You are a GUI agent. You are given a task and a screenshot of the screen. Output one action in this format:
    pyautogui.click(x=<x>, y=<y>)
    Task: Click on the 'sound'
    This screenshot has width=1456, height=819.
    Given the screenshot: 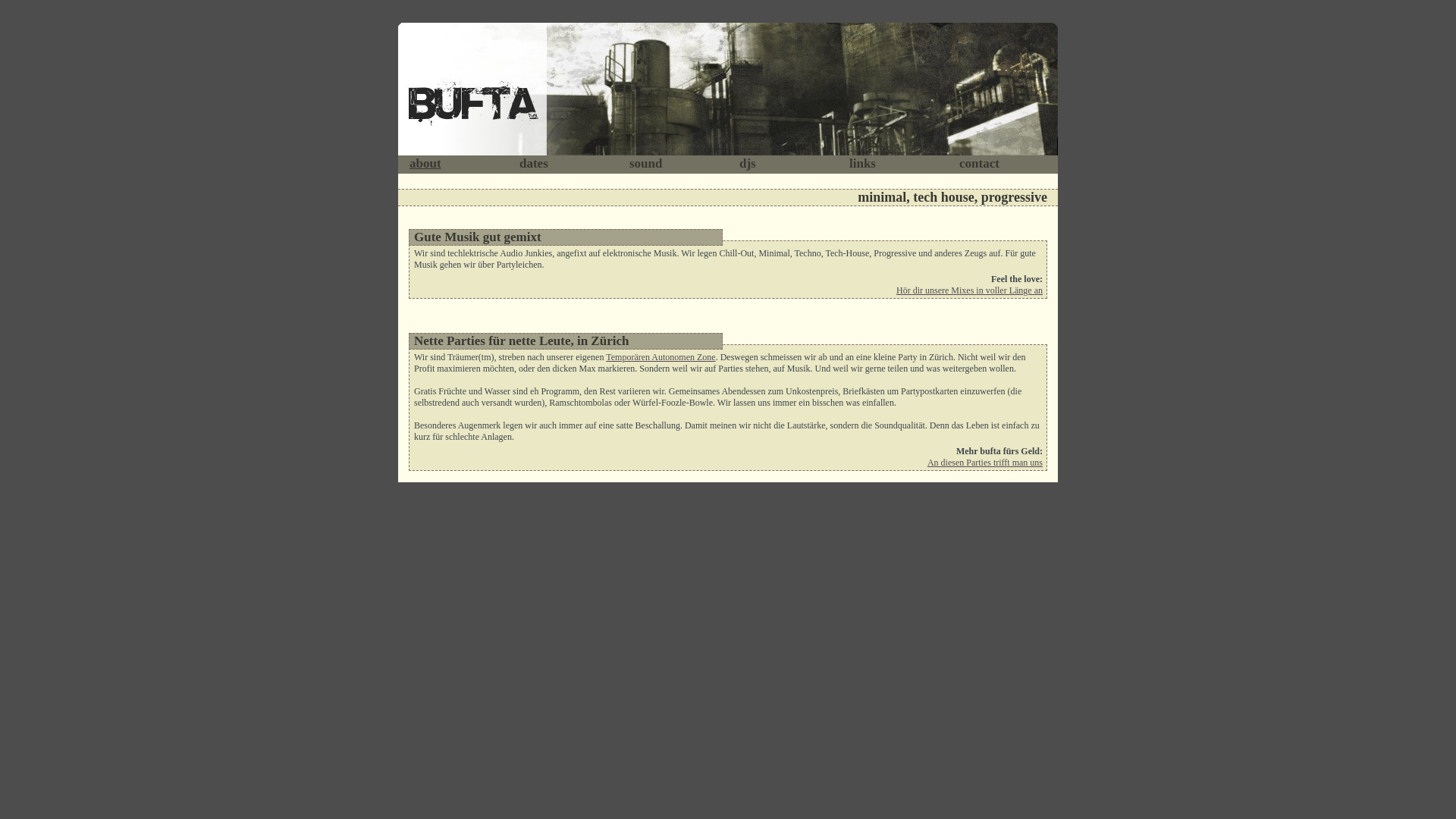 What is the action you would take?
    pyautogui.click(x=645, y=163)
    